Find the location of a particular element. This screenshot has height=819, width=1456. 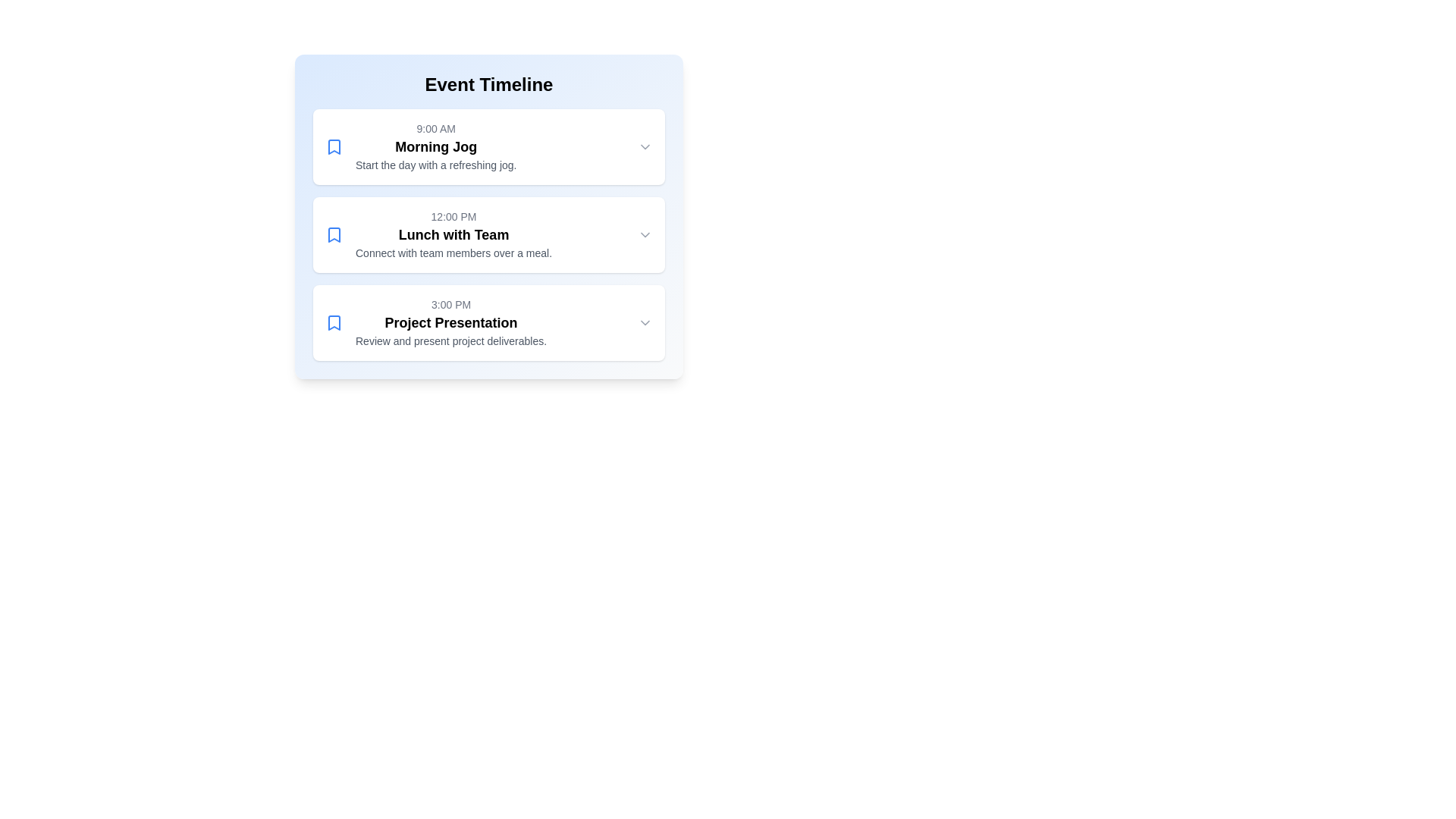

the icon located to the left of the text and timestamp in the third event card titled 'Project Presentation', which serves as a visual indicator for marking the event as important or bookmarked is located at coordinates (334, 322).